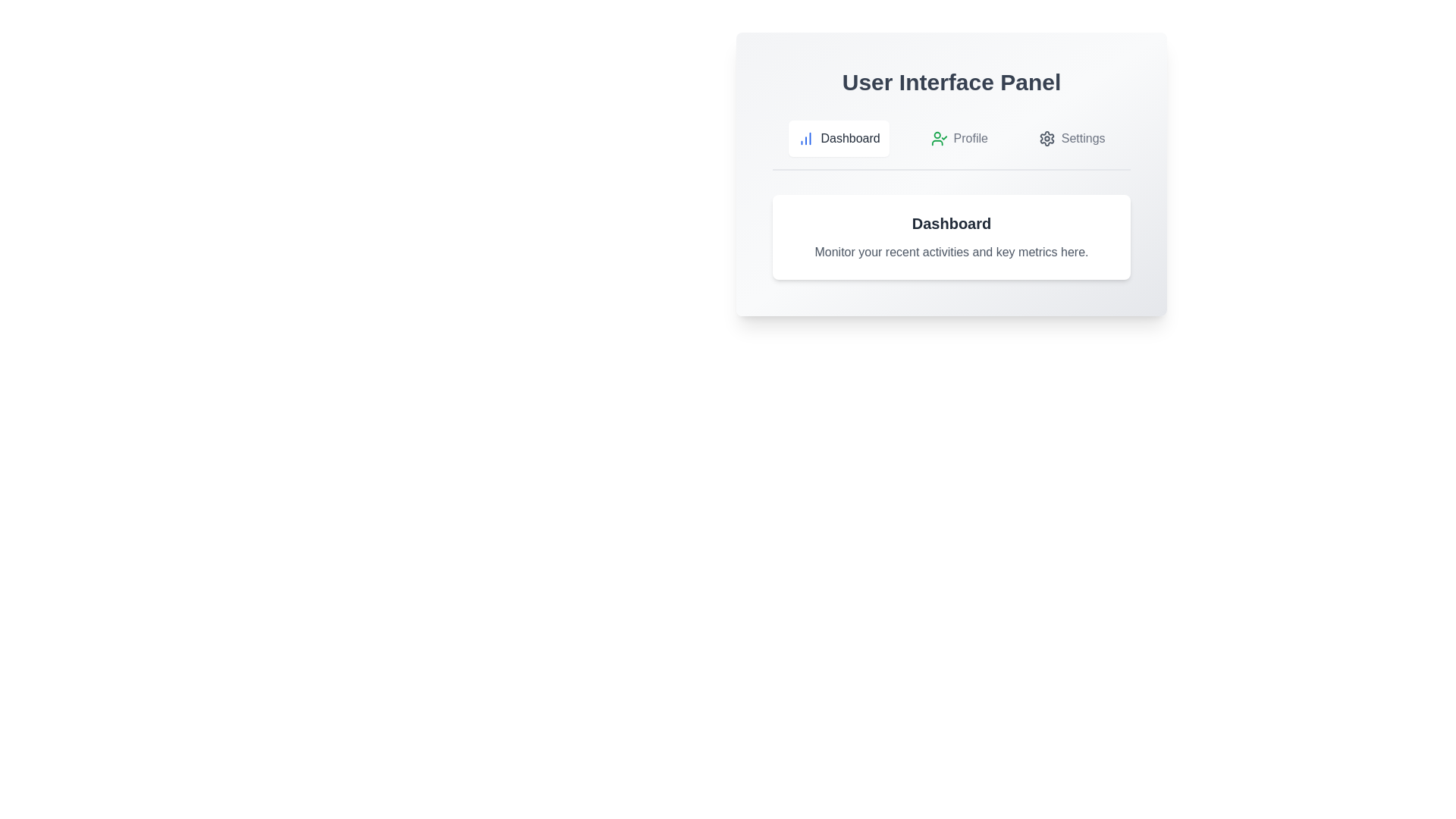 This screenshot has width=1456, height=819. What do you see at coordinates (1071, 138) in the screenshot?
I see `the Settings tab by clicking on its button` at bounding box center [1071, 138].